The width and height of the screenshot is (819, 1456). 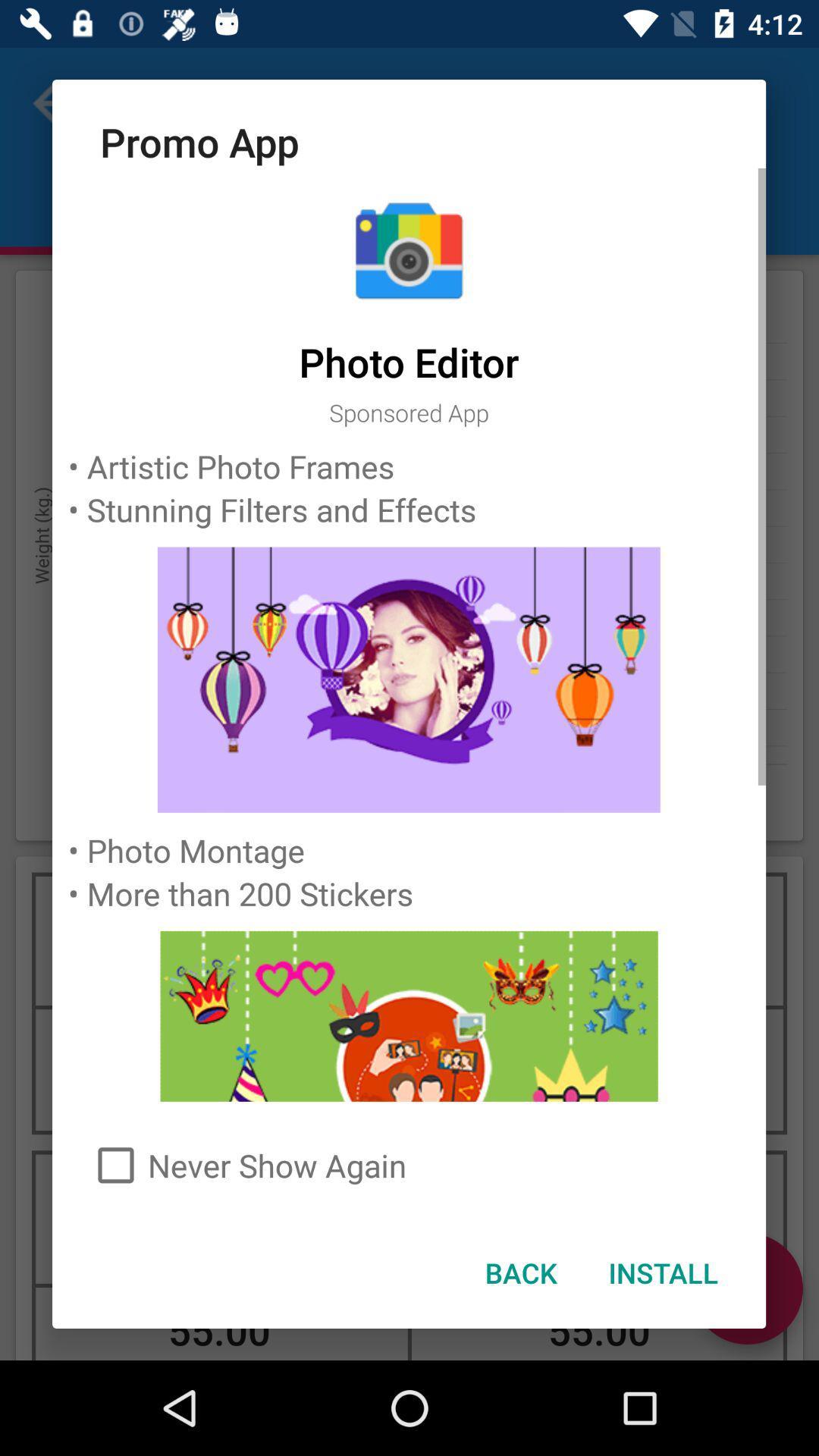 What do you see at coordinates (519, 1272) in the screenshot?
I see `the back item` at bounding box center [519, 1272].